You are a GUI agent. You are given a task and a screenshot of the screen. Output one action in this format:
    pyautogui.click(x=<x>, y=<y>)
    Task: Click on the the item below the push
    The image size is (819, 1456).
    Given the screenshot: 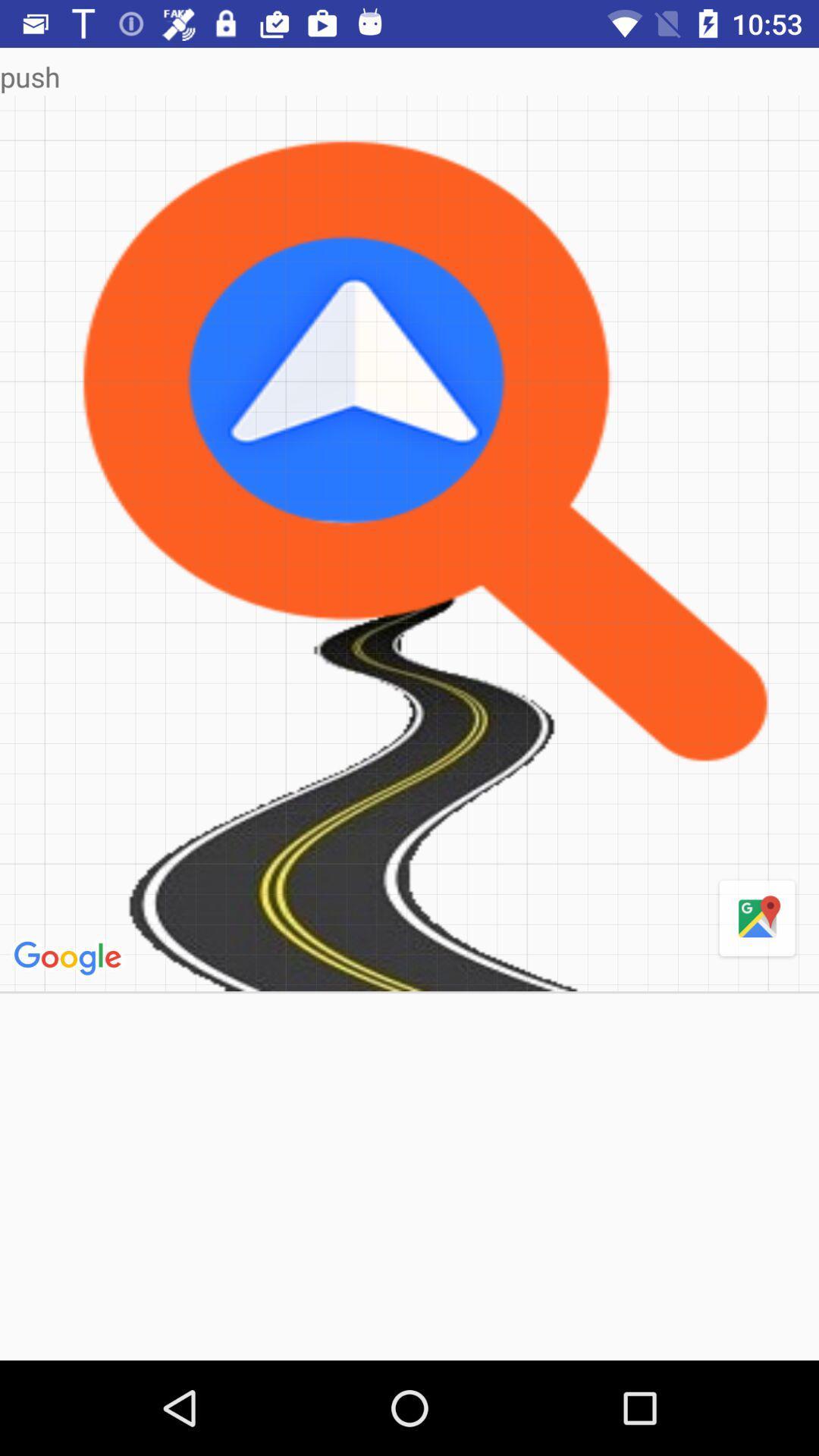 What is the action you would take?
    pyautogui.click(x=757, y=918)
    